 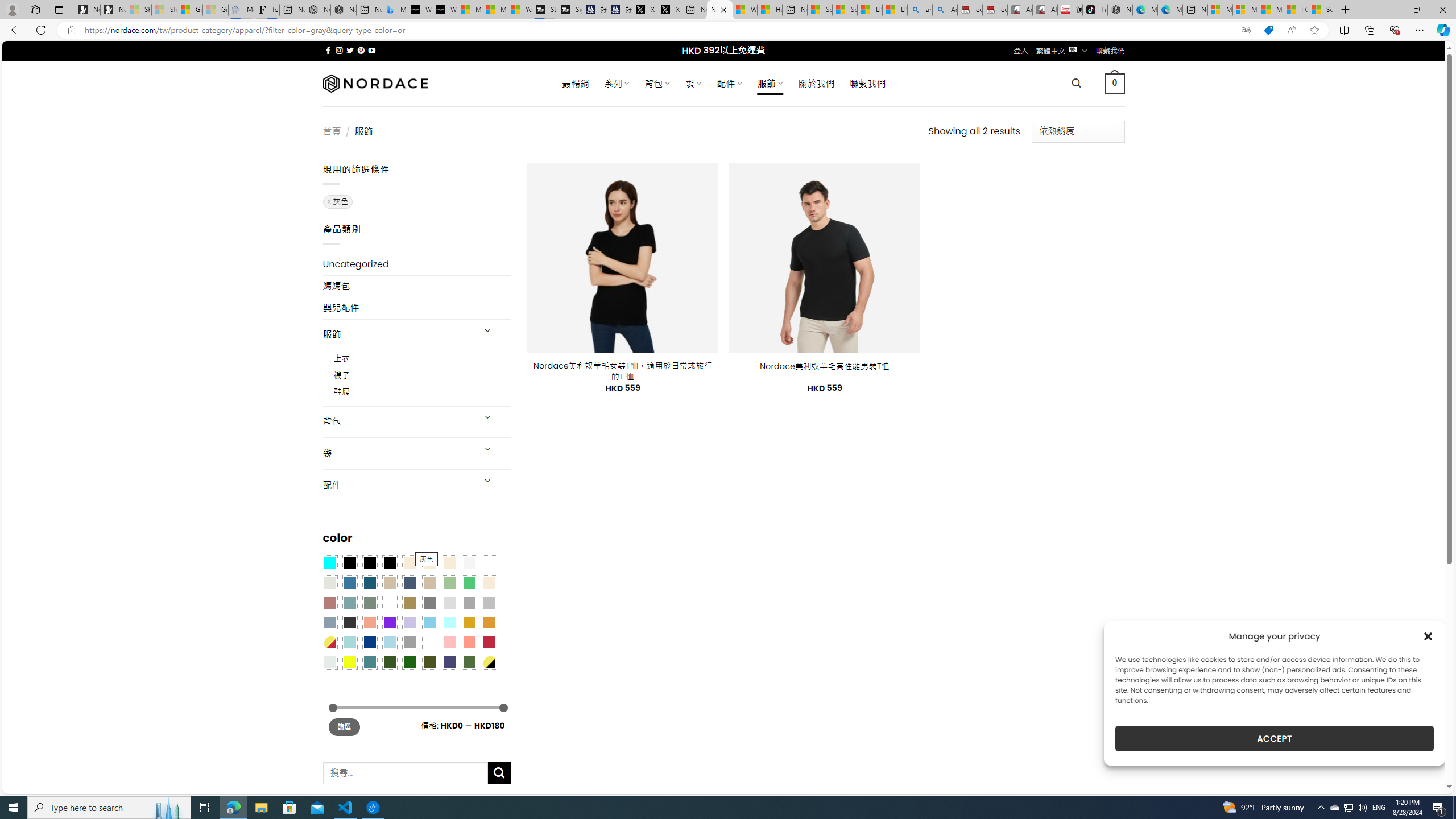 I want to click on 'All Cubot phones', so click(x=1045, y=9).